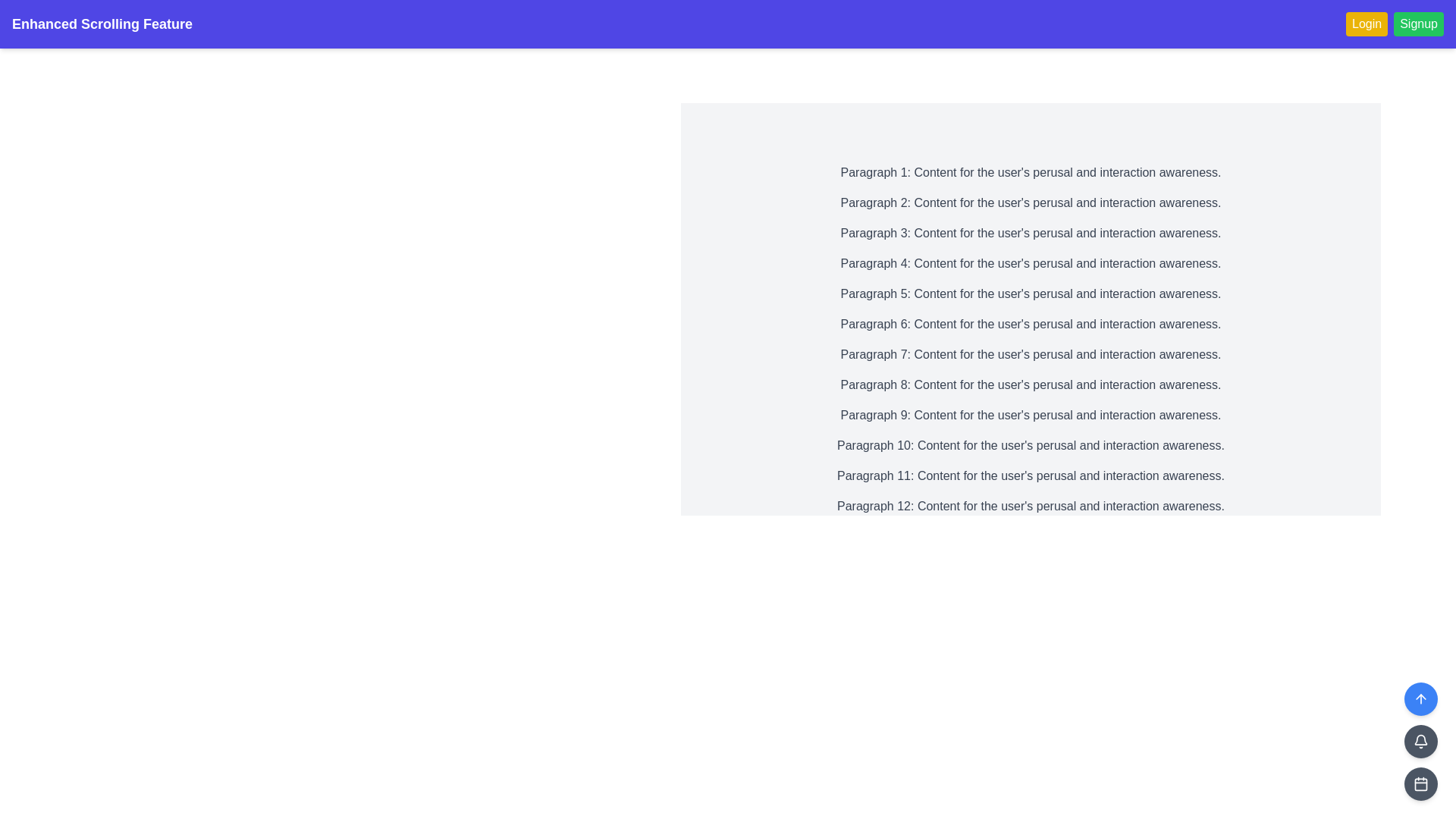 This screenshot has height=819, width=1456. I want to click on the text block displaying 'Paragraph 7: Content for the user's perusal and interaction awareness.', so click(1031, 354).